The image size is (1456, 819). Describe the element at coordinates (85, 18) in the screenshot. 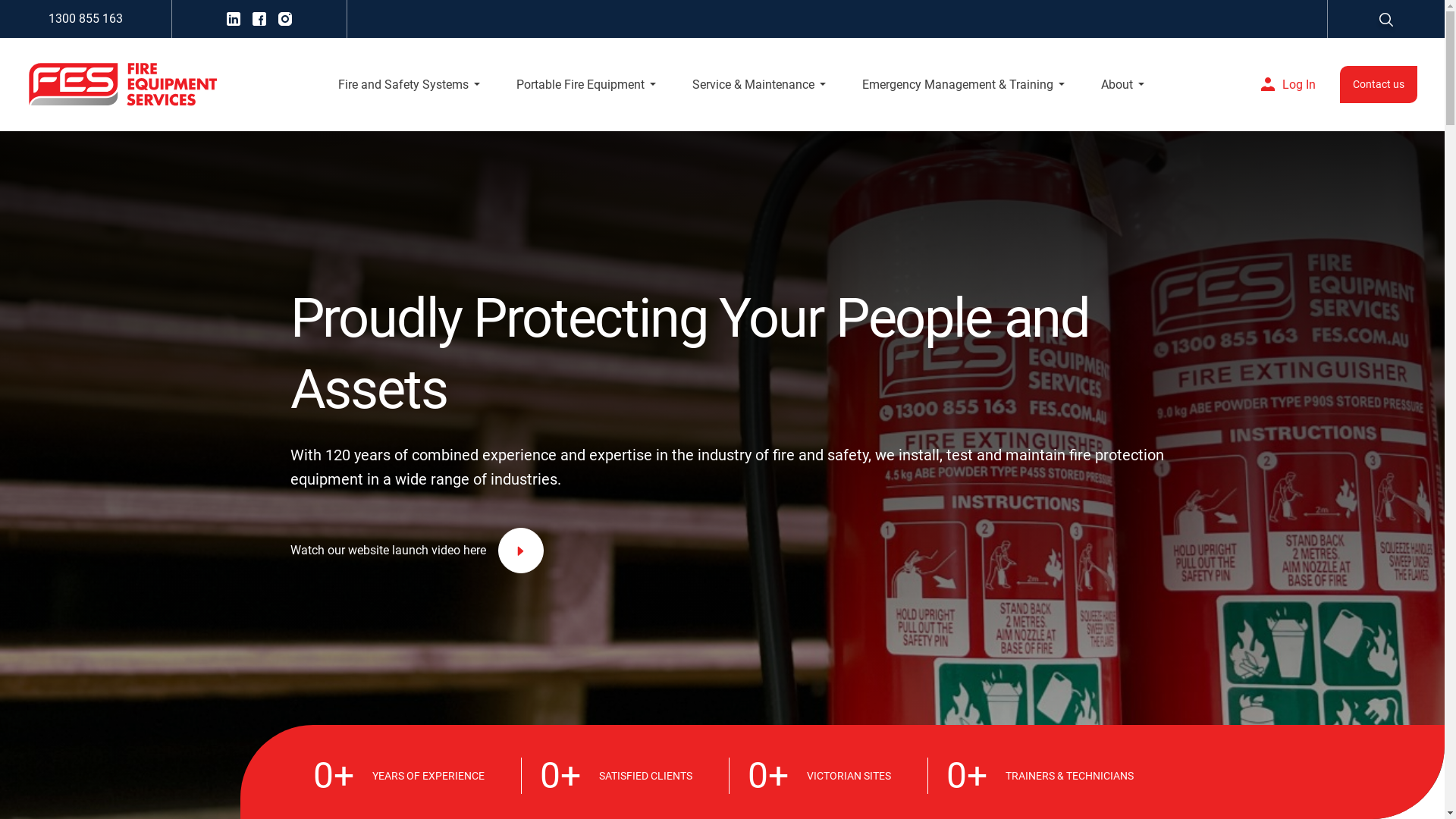

I see `'1300 855 163'` at that location.